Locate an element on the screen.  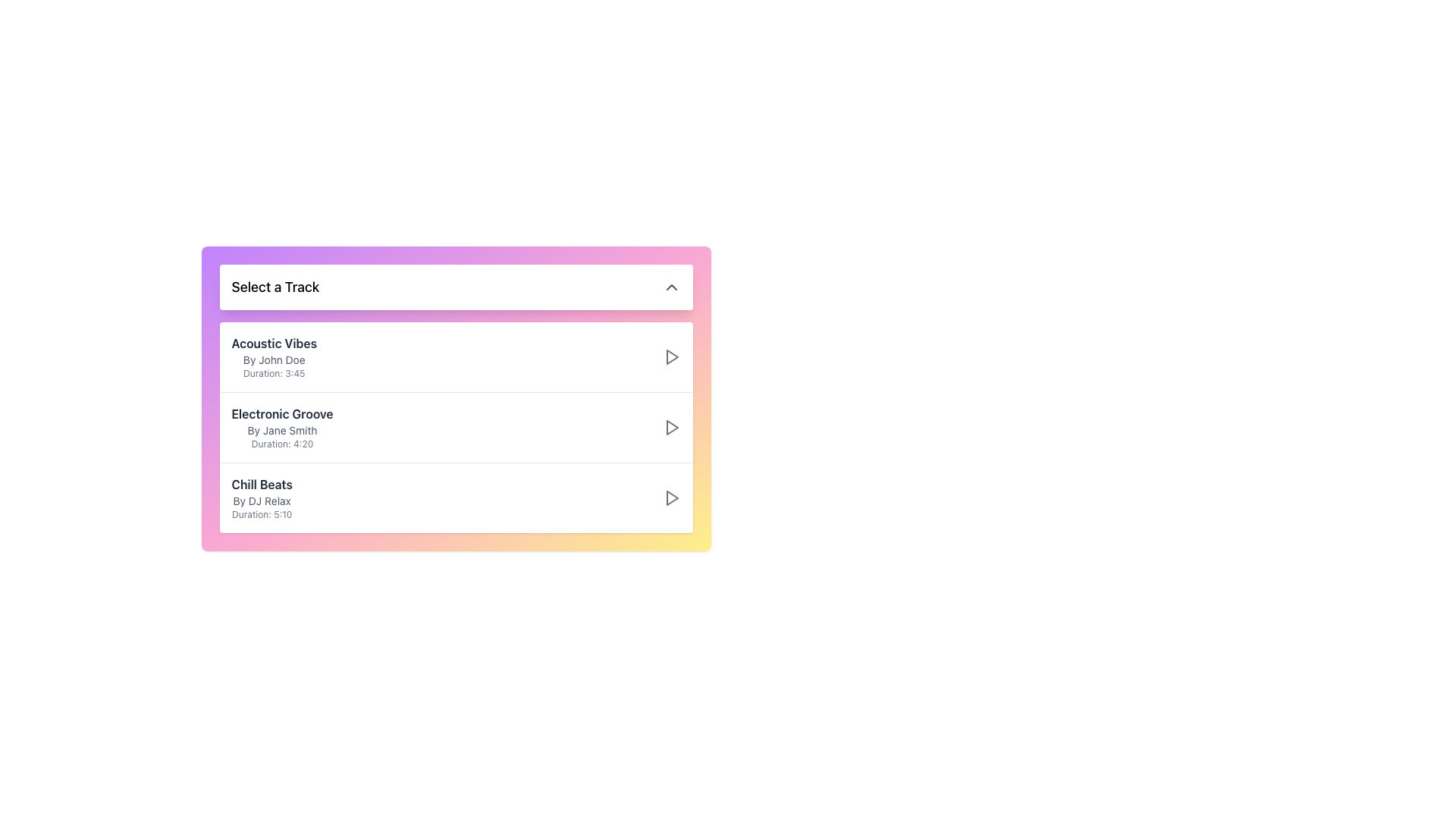
duration value displayed in the small text label showing 'Duration: 3:45', located below 'By John Doe' within the first list item card is located at coordinates (274, 374).